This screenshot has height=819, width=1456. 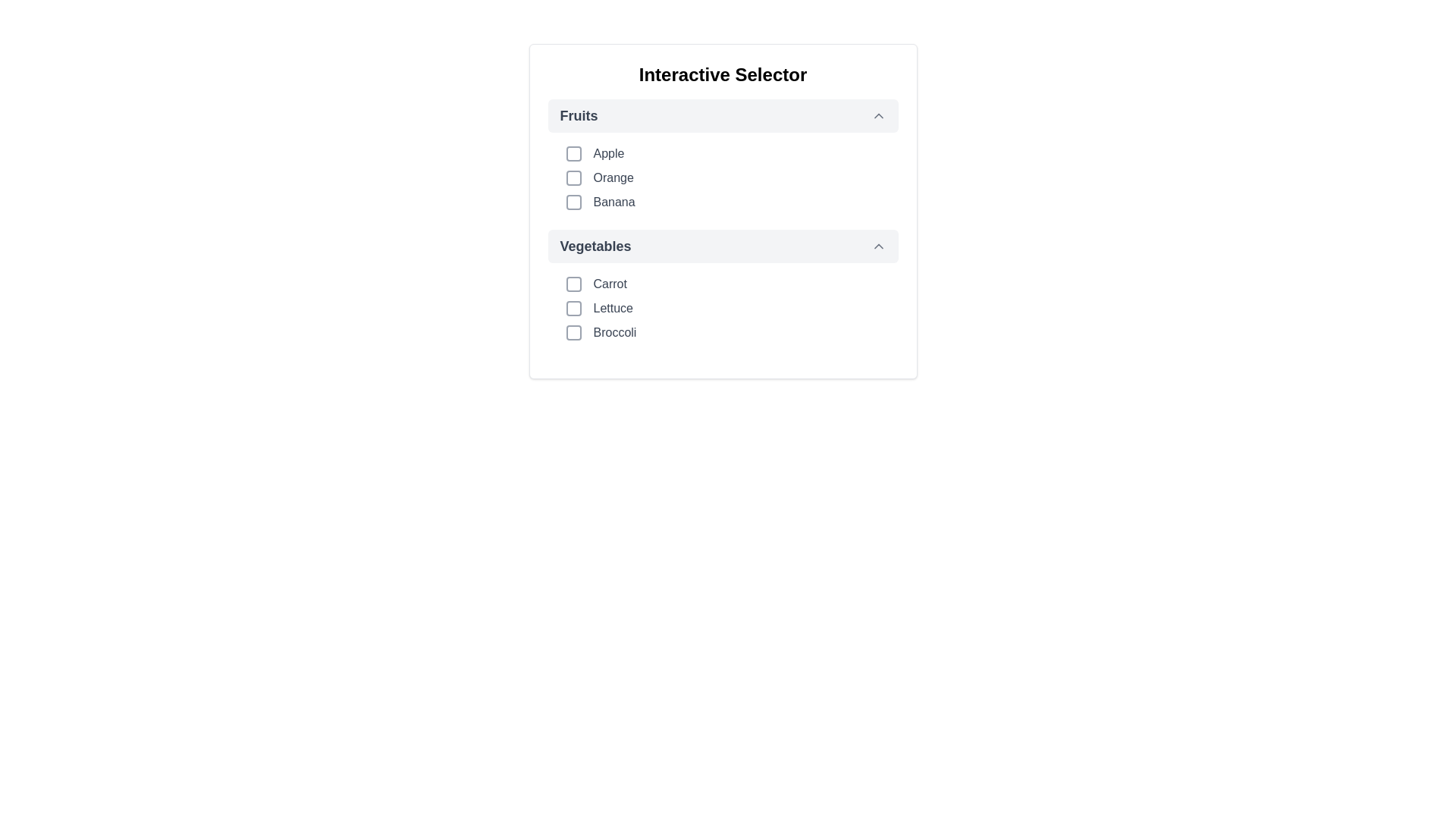 What do you see at coordinates (573, 308) in the screenshot?
I see `the checkbox` at bounding box center [573, 308].